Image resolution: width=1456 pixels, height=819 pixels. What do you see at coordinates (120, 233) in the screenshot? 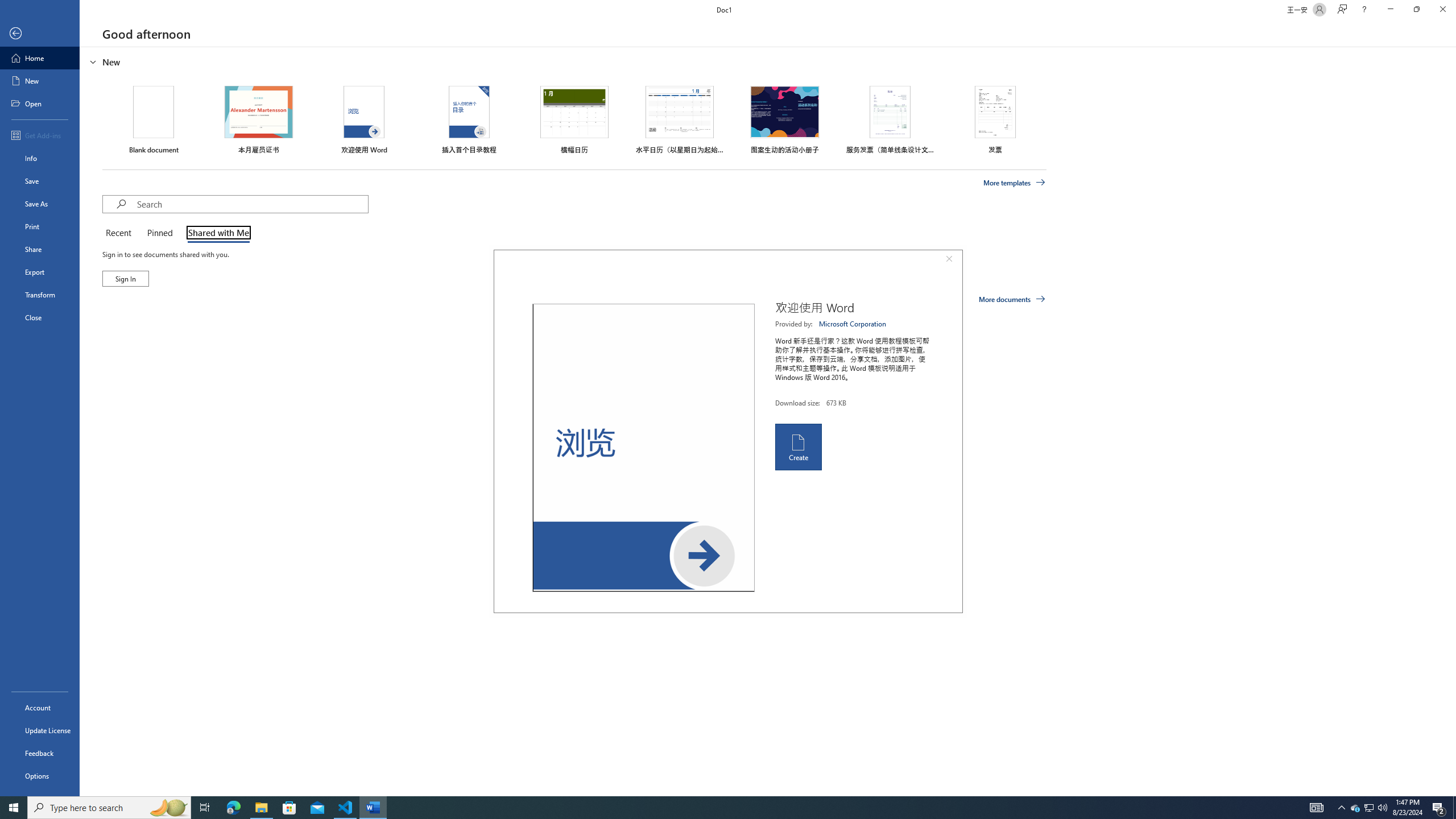
I see `'Recent'` at bounding box center [120, 233].